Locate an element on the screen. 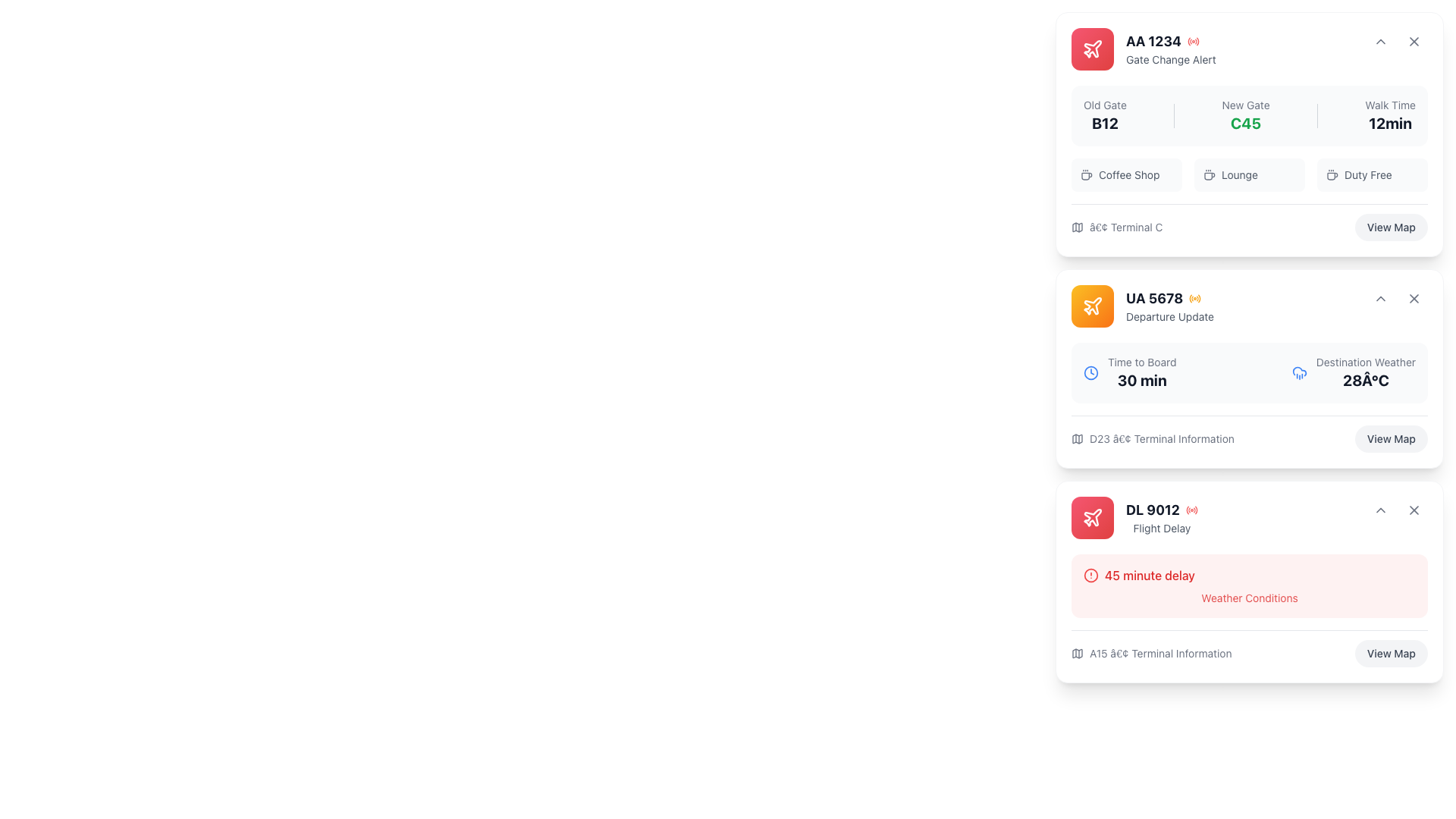  the text indicating 'A15' located in the lower section of the third information card, positioned to the right of the map icon is located at coordinates (1159, 652).